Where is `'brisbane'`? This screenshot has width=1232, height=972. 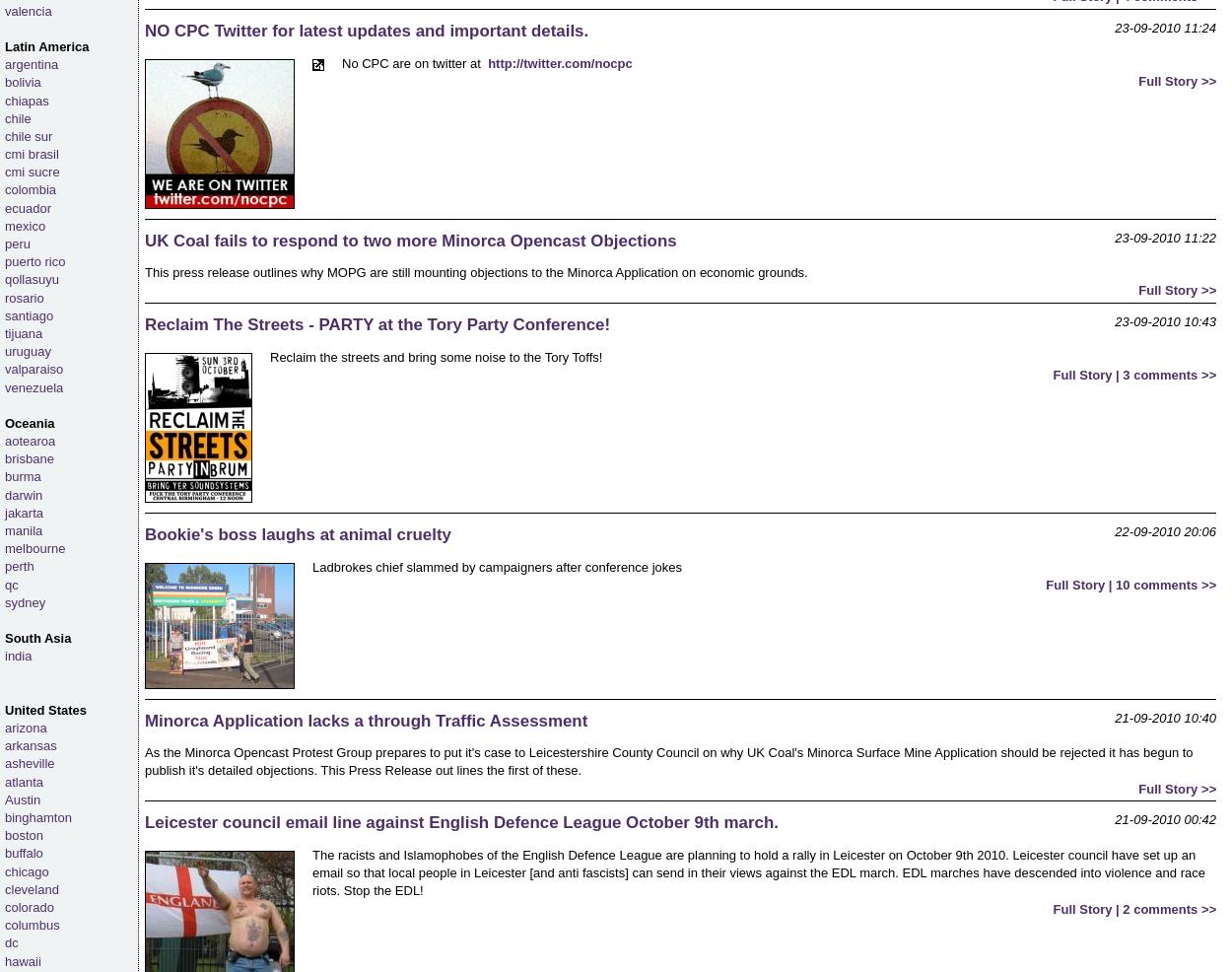
'brisbane' is located at coordinates (29, 458).